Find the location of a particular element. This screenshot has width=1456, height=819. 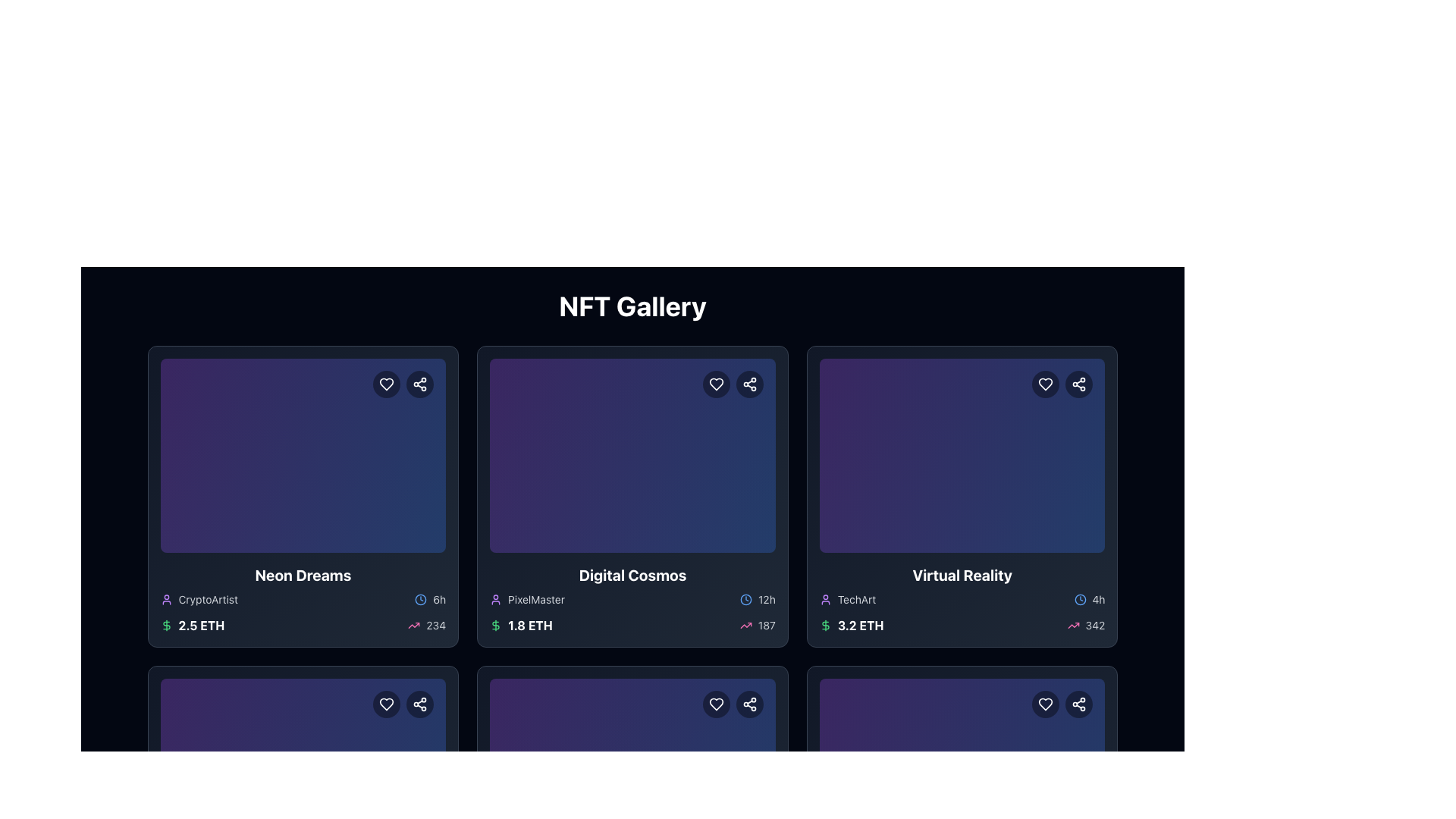

the circular dark button with a white heart icon located at the top right corner of the 'Neon Dreams' card is located at coordinates (387, 383).